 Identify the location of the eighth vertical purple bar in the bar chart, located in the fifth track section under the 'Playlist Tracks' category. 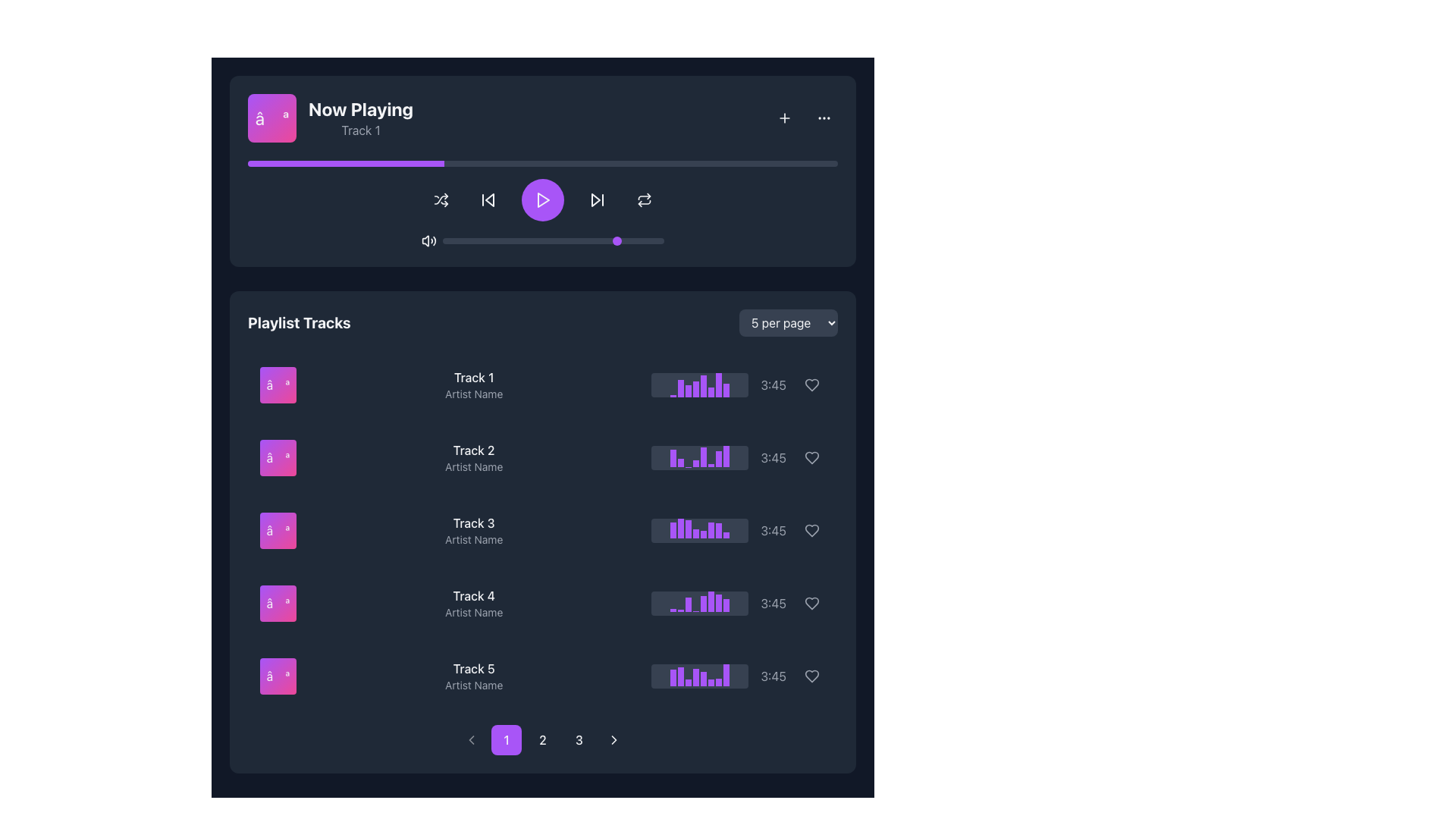
(726, 674).